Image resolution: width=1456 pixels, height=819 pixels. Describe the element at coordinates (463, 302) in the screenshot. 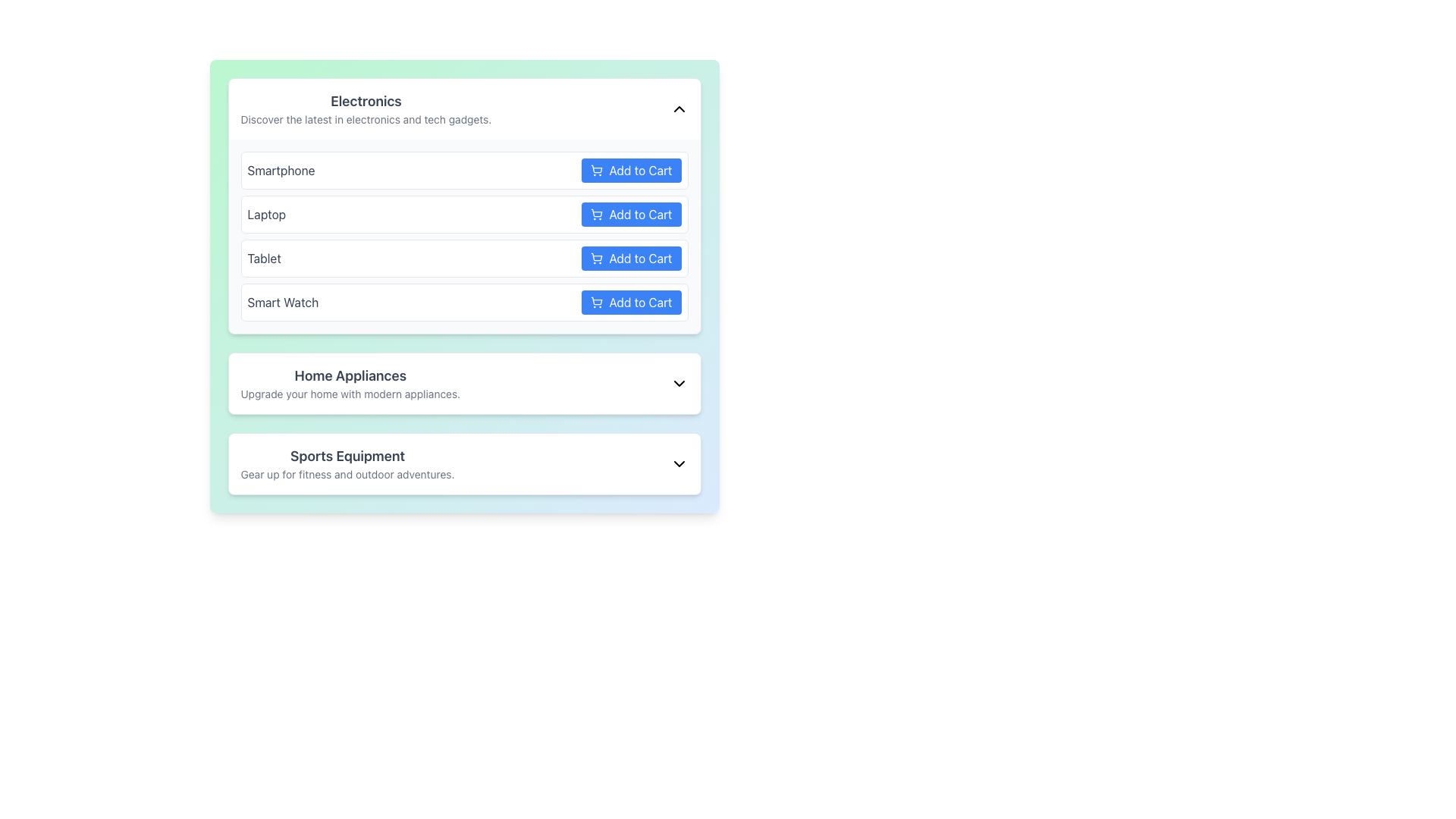

I see `product name from the fourth item in the Electronics category, which is labeled 'Smart Watch'` at that location.